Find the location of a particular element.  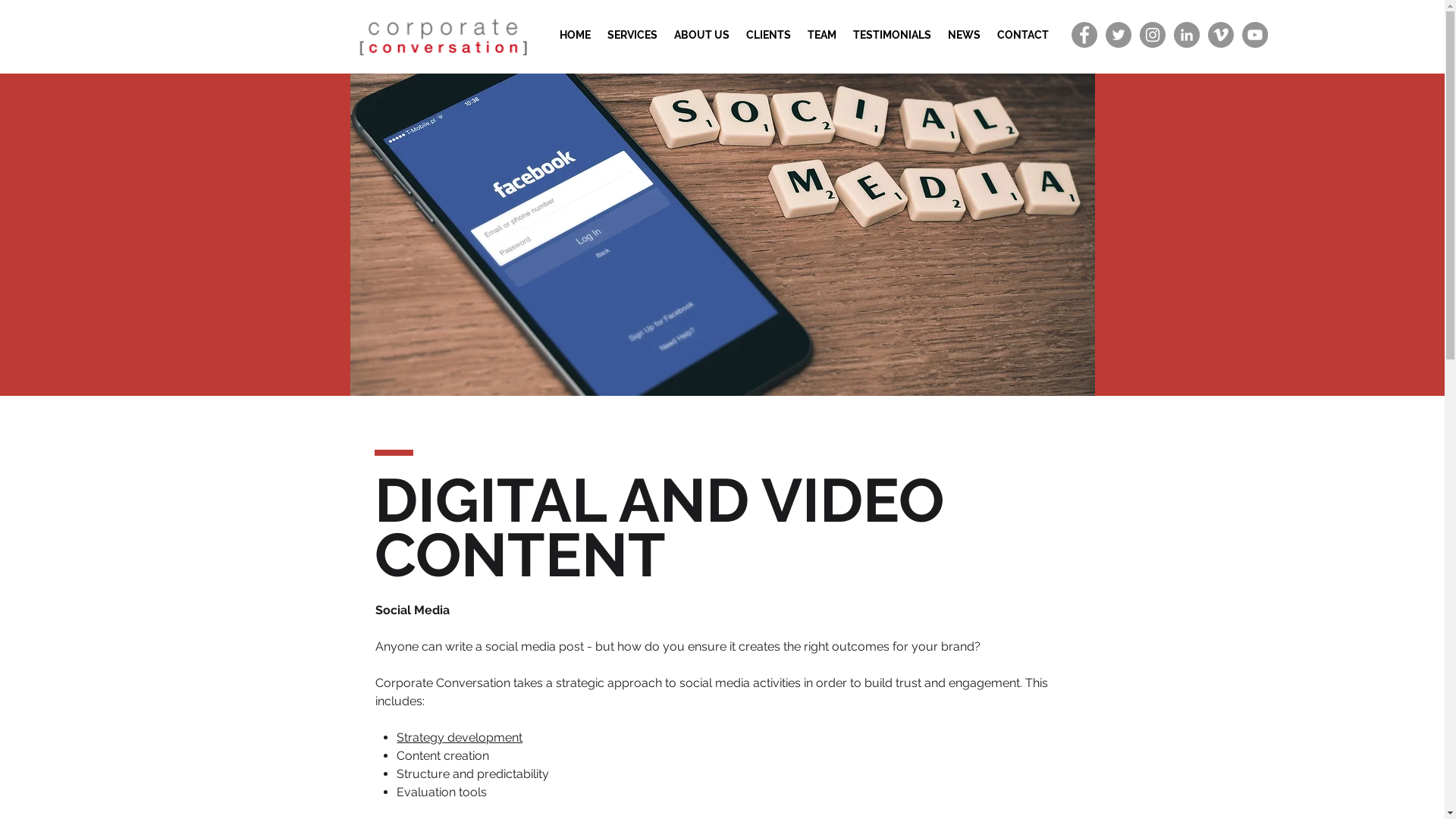

'ABOUT US' is located at coordinates (666, 34).